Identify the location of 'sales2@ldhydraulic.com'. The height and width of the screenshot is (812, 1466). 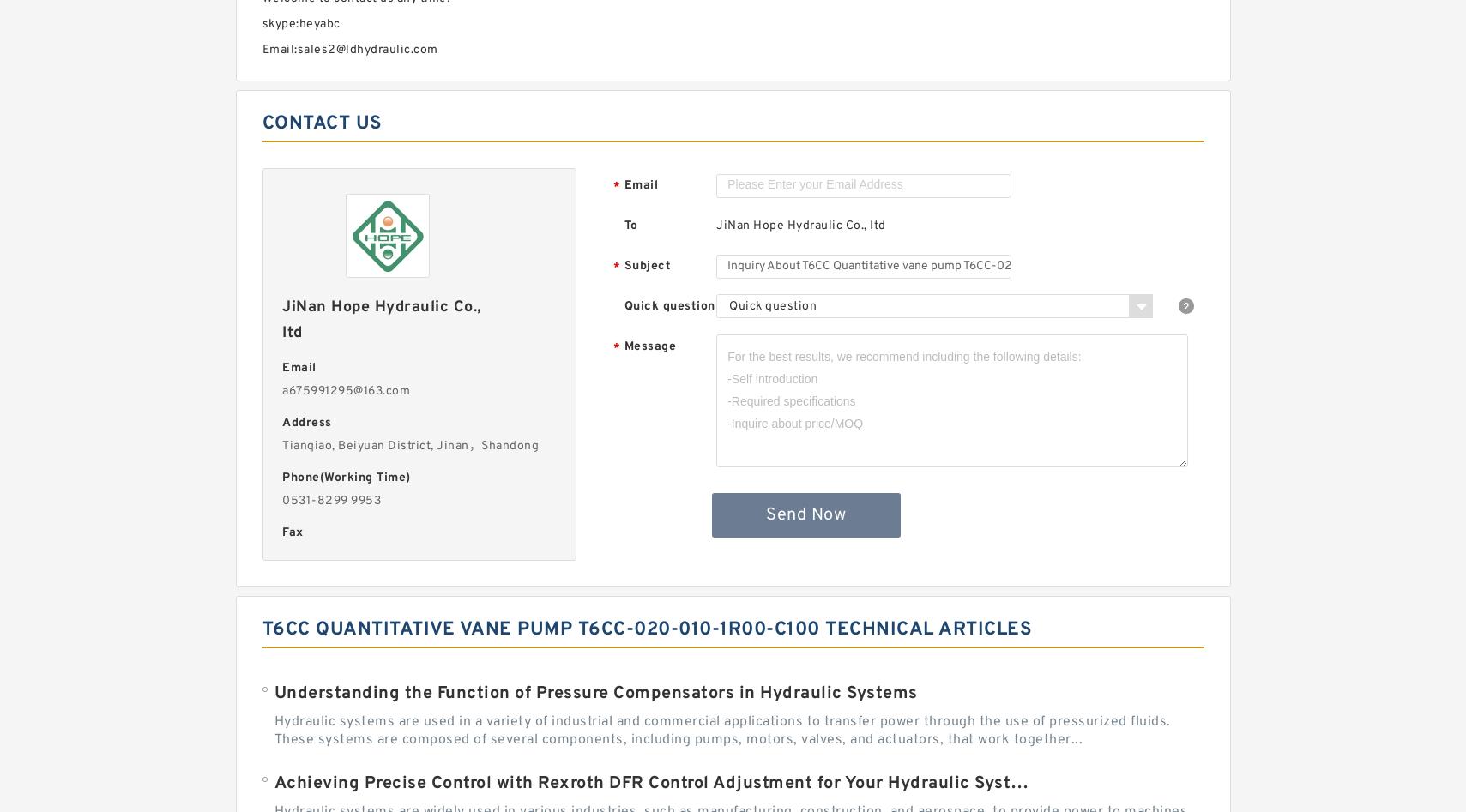
(365, 50).